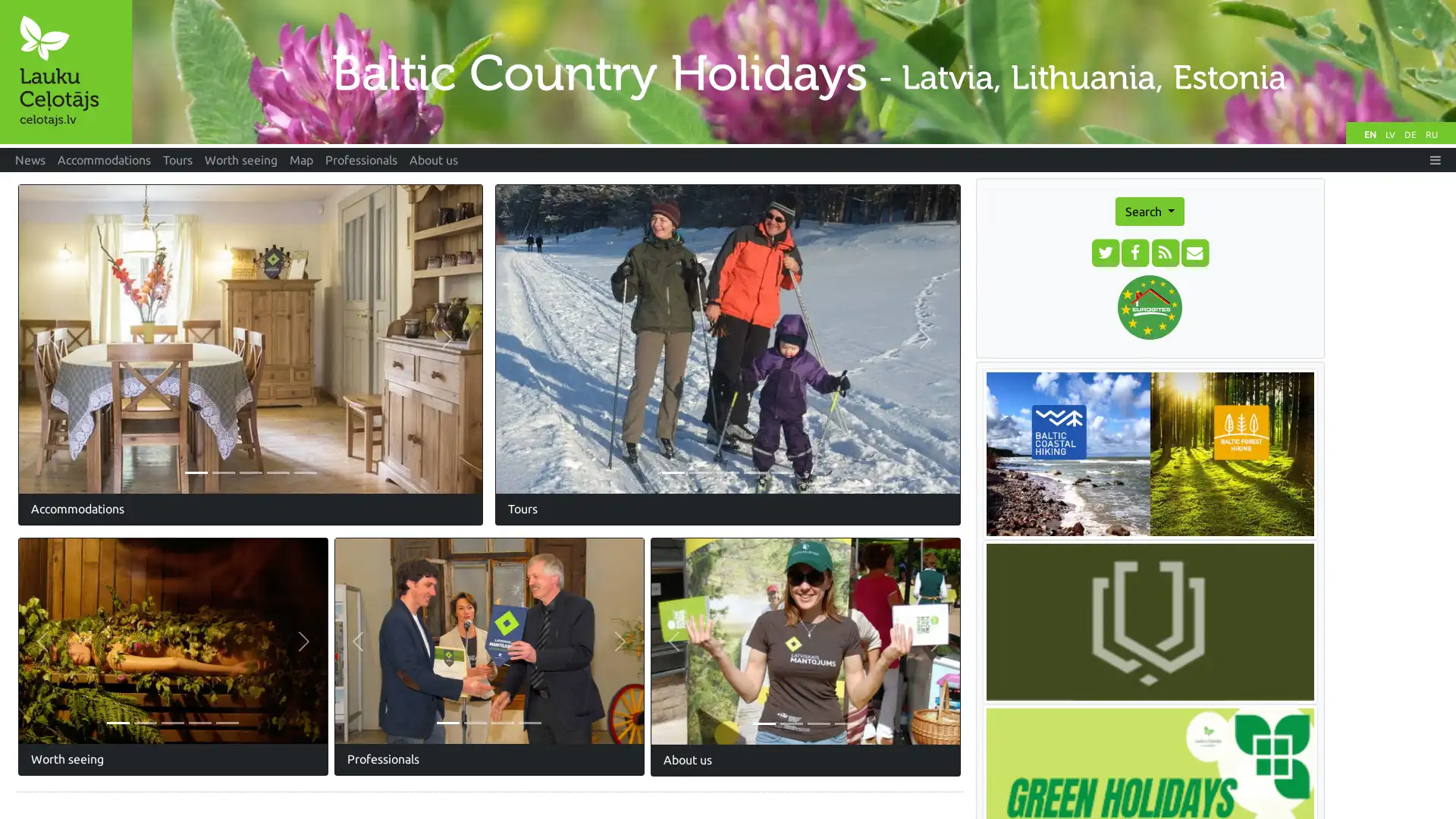 The height and width of the screenshot is (819, 1456). What do you see at coordinates (531, 338) in the screenshot?
I see `Previous` at bounding box center [531, 338].